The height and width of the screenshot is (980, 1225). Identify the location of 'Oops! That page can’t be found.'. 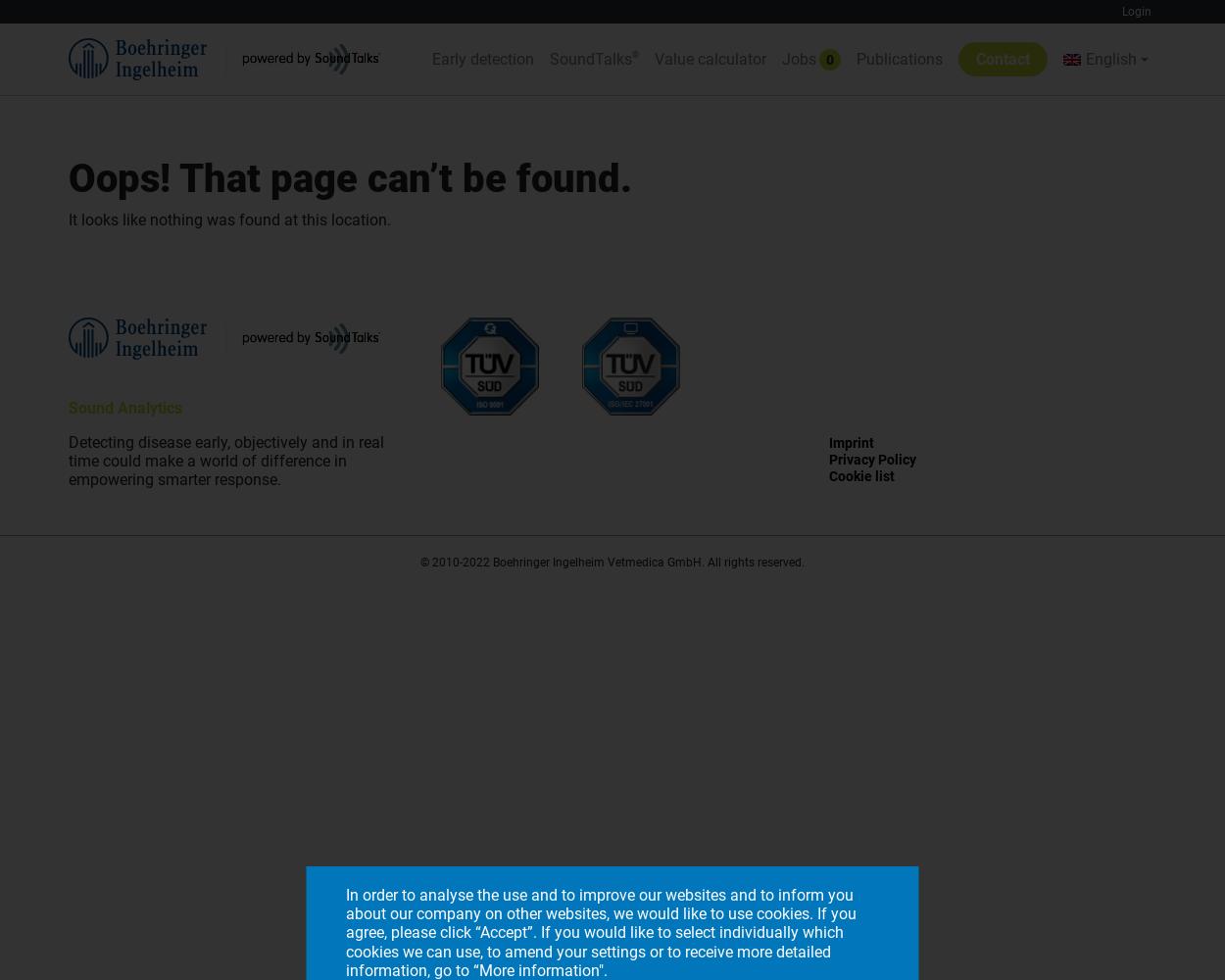
(349, 178).